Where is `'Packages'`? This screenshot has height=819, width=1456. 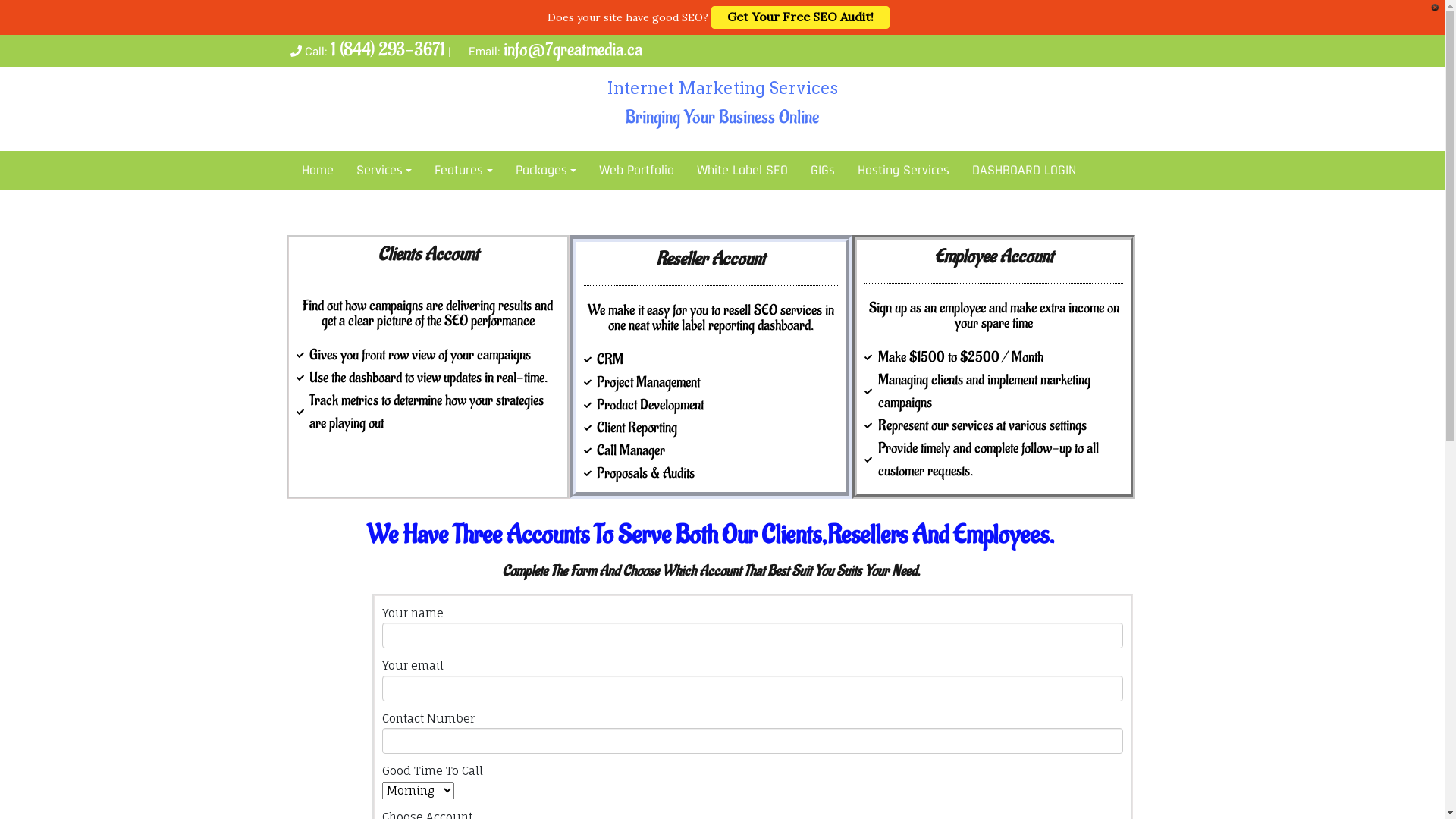
'Packages' is located at coordinates (546, 170).